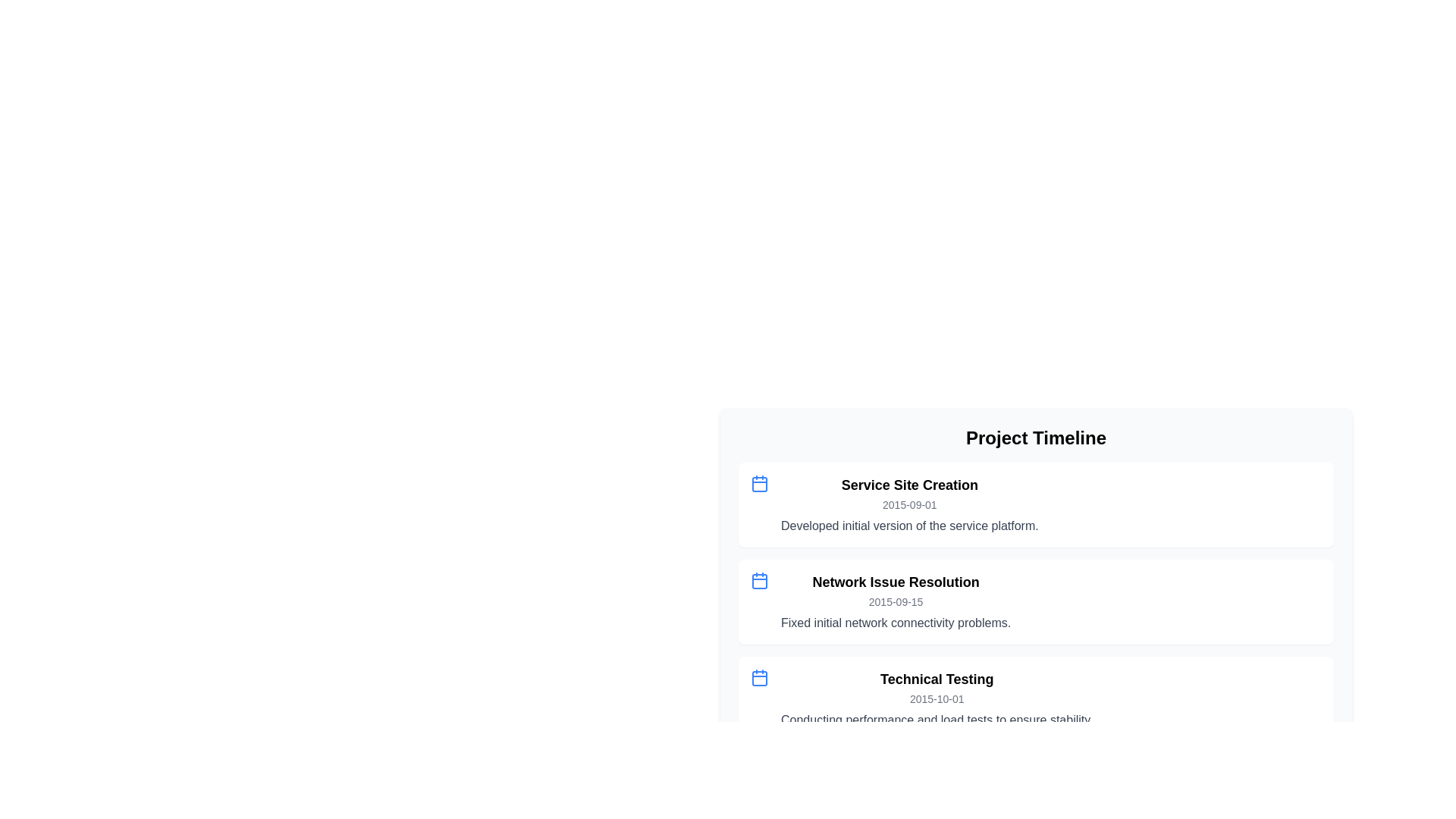 The height and width of the screenshot is (819, 1456). Describe the element at coordinates (1035, 698) in the screenshot. I see `the List item titled 'Technical Testing'` at that location.